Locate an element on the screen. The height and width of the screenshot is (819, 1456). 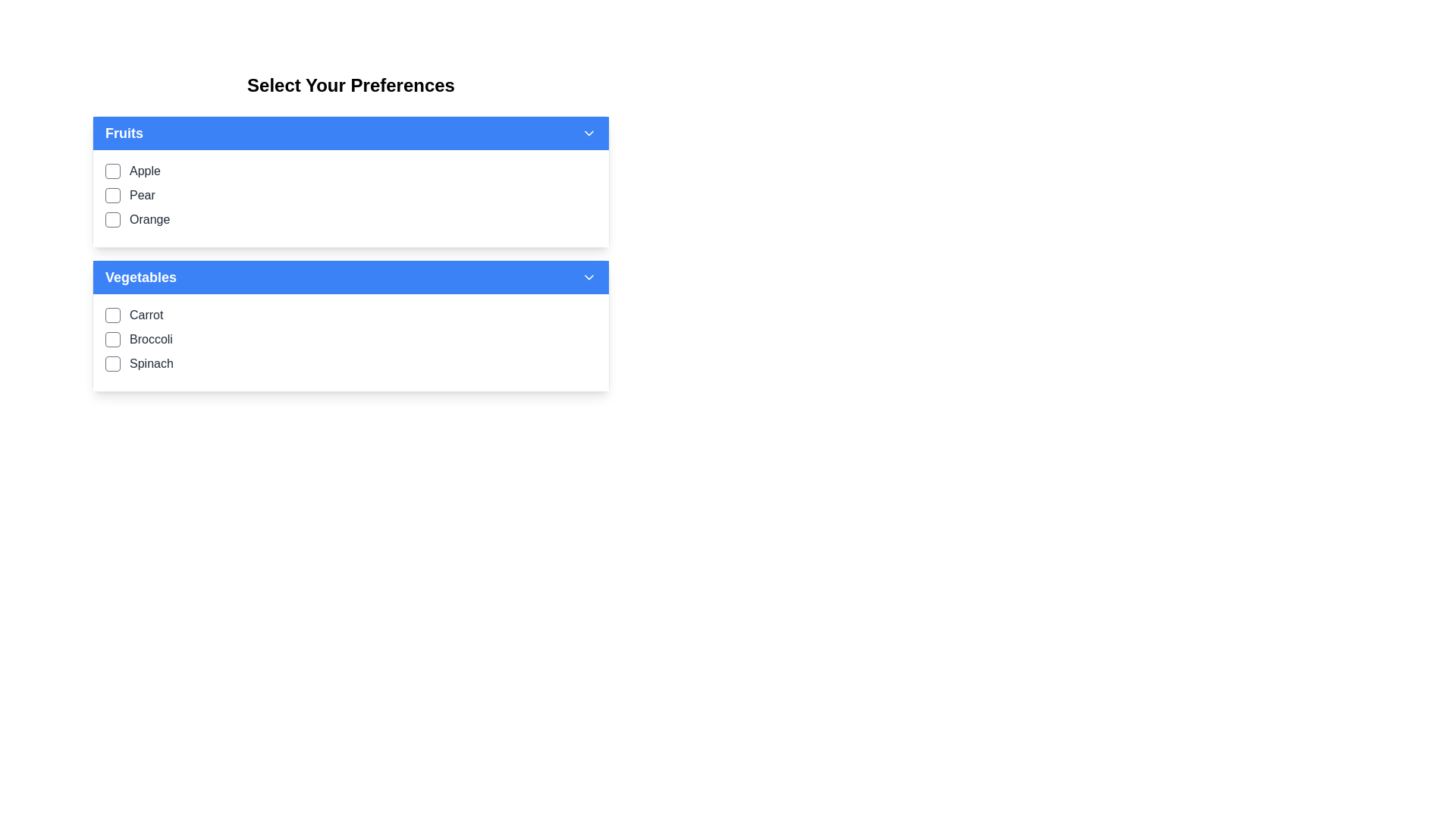
the checkbox for 'Spinach' located under the 'Vegetables' section to trigger the hover effect is located at coordinates (111, 363).